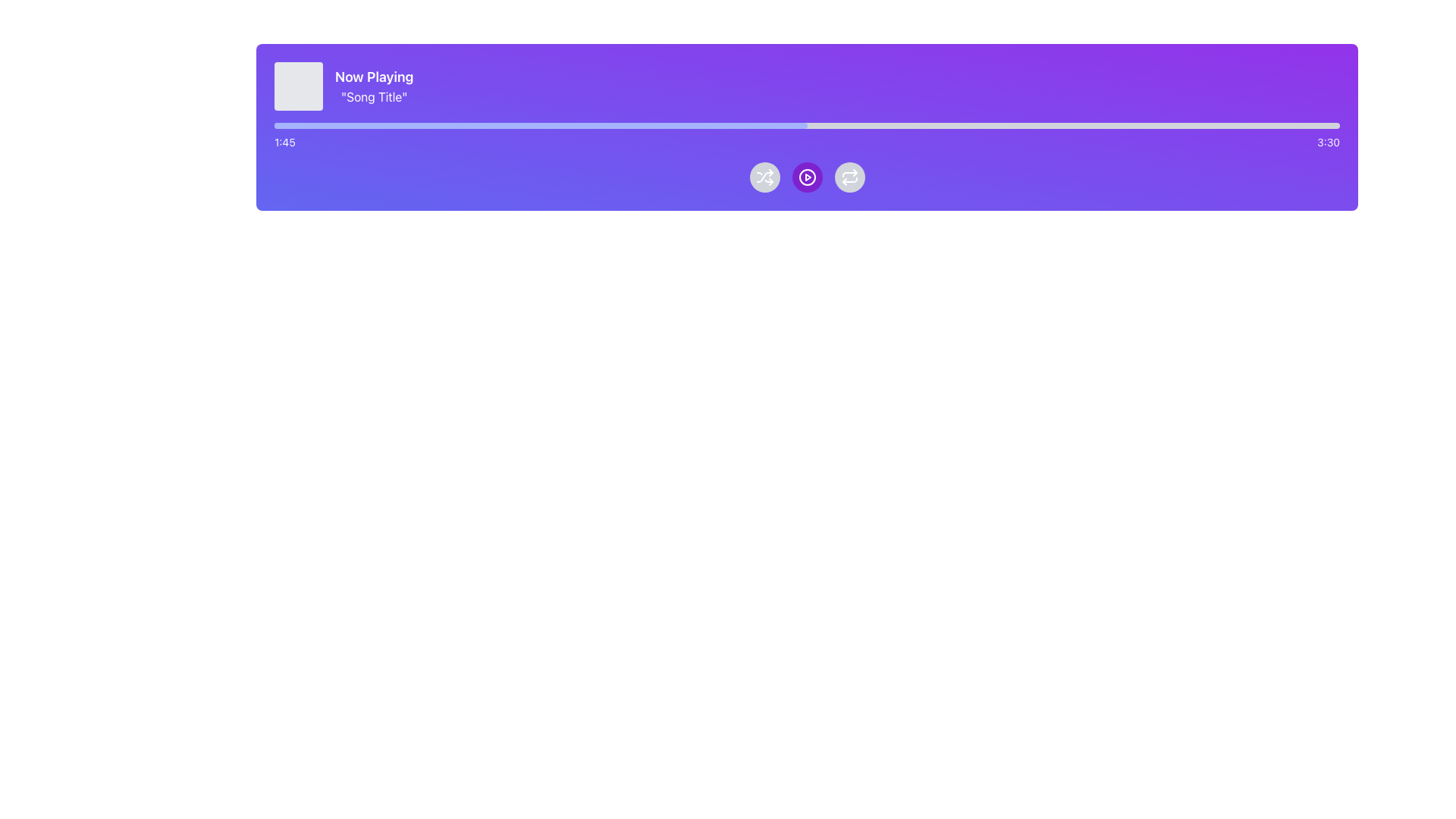 This screenshot has height=819, width=1456. What do you see at coordinates (374, 77) in the screenshot?
I see `properties of the Text Label indicating the currently playing status of a song, positioned above the 'Song Title'` at bounding box center [374, 77].